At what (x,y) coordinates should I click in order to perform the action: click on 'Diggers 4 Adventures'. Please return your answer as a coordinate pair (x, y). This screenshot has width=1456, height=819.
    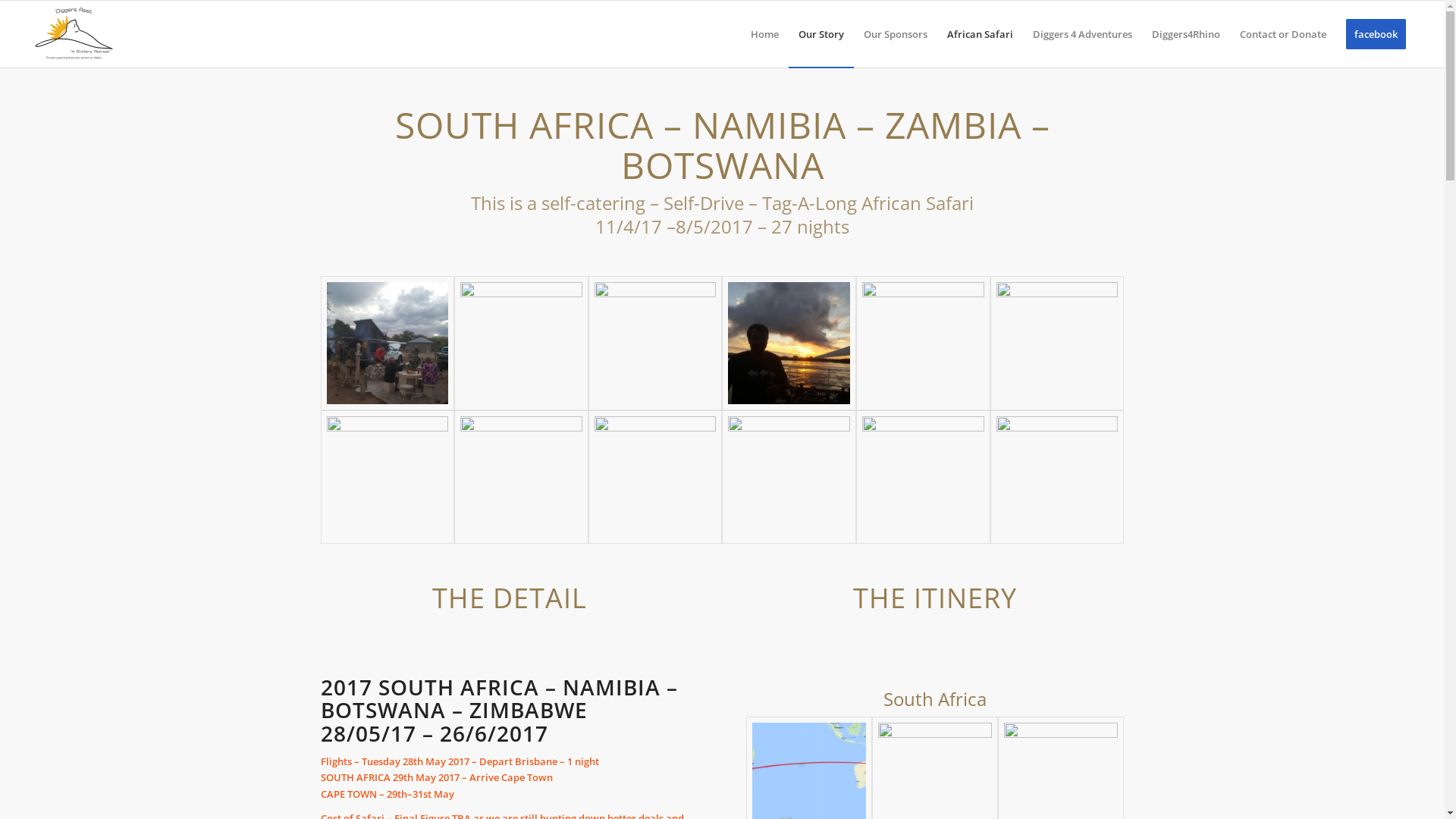
    Looking at the image, I should click on (1022, 34).